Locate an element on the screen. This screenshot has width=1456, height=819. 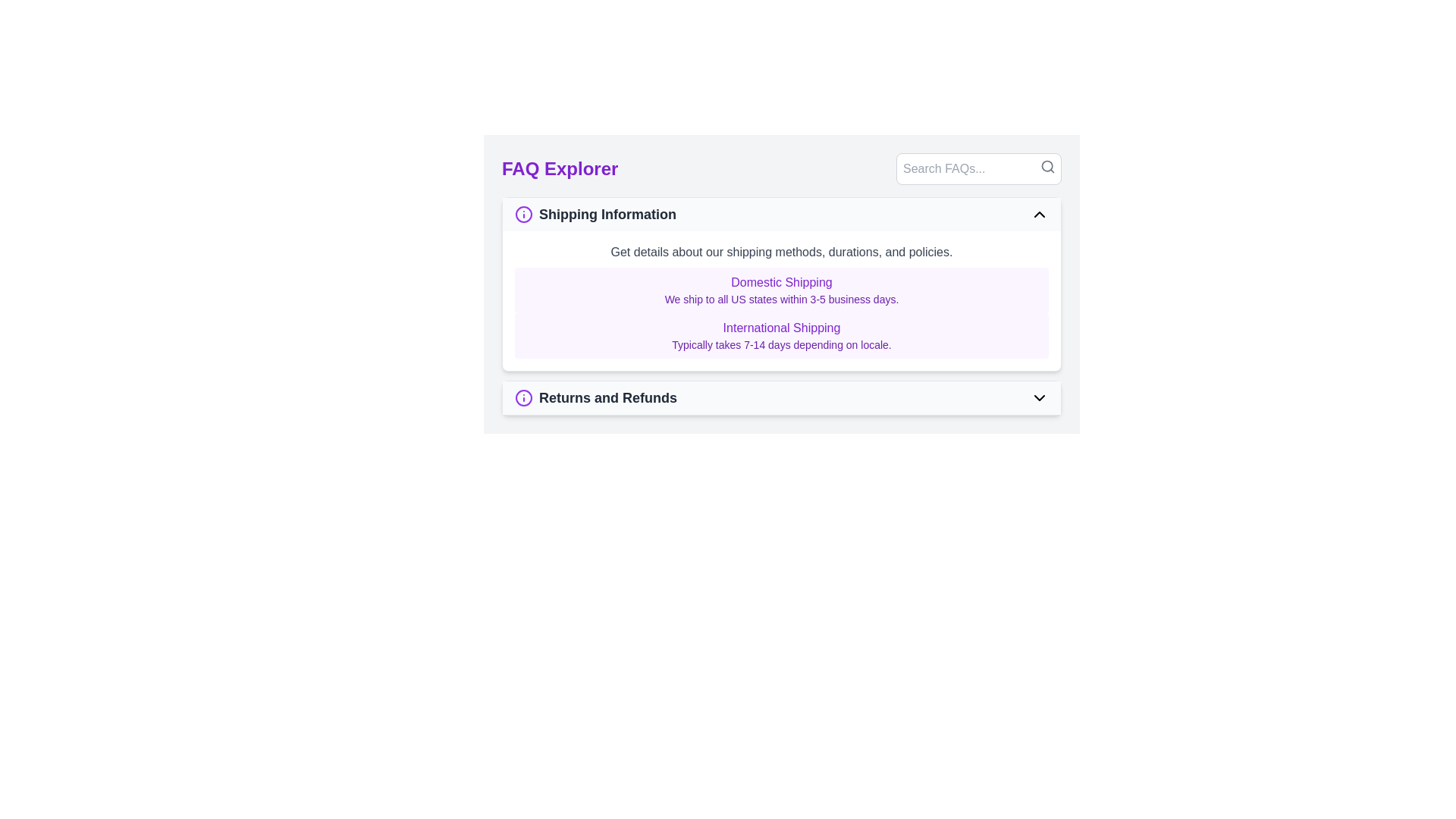
the text field that reads 'Typically takes 7-14 days depending on locale.' located beneath the 'International Shipping' heading in the Shipping Information section is located at coordinates (782, 345).